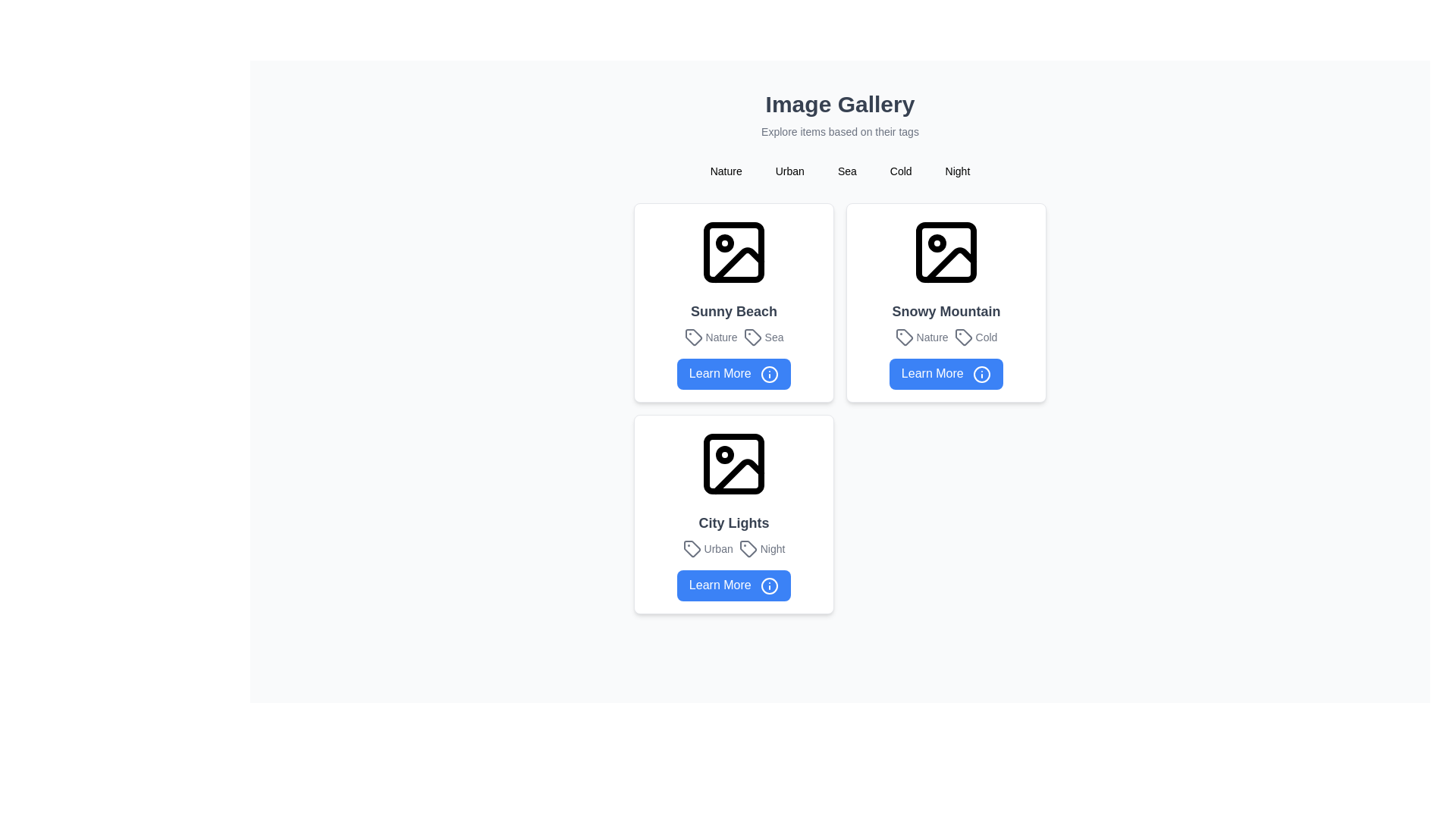 This screenshot has height=819, width=1456. Describe the element at coordinates (839, 104) in the screenshot. I see `the large text heading displaying 'Image Gallery', which is prominently positioned at the top center of the page` at that location.